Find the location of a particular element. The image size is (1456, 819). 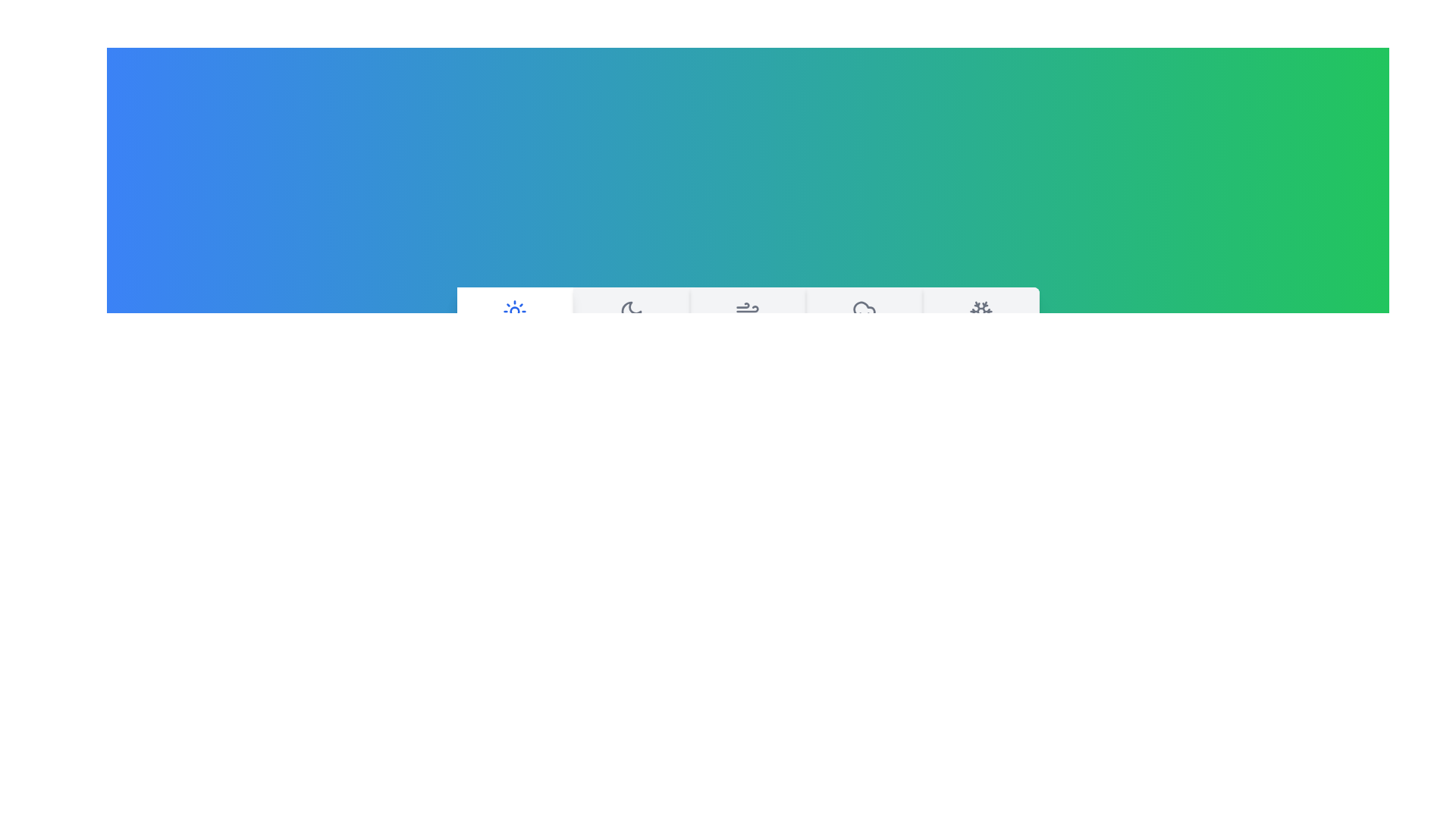

the weather tab labeled Sunny is located at coordinates (515, 326).